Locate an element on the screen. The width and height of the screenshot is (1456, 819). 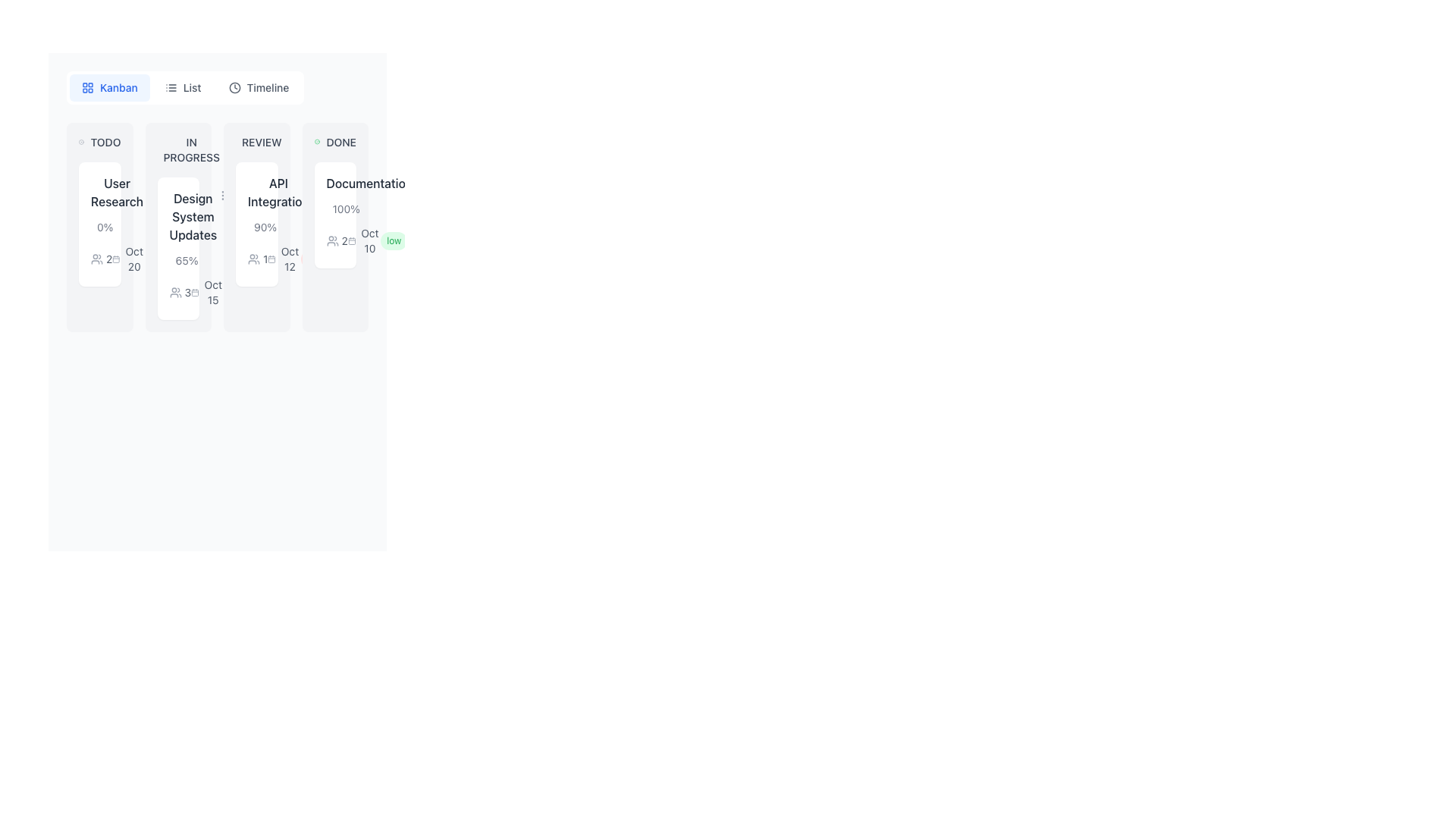
the 'Review' status label located at the top of the 'REVIEW' column, which indicates the content card titled 'API Integration.' is located at coordinates (256, 143).